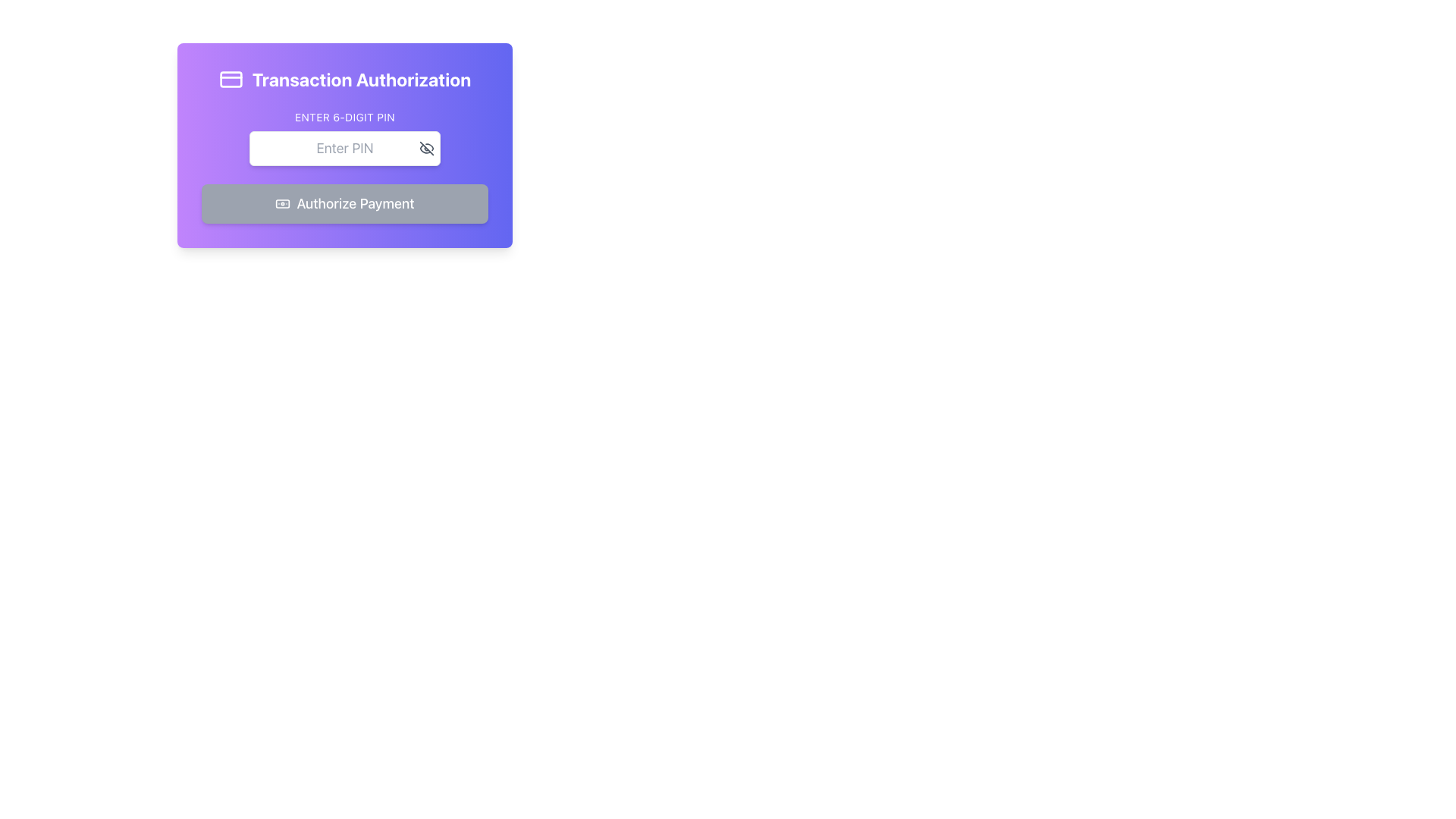 This screenshot has height=819, width=1456. What do you see at coordinates (230, 79) in the screenshot?
I see `the credit card icon with a white outline on a purple background, located at the top-left of the 'Transaction Authorization' section` at bounding box center [230, 79].